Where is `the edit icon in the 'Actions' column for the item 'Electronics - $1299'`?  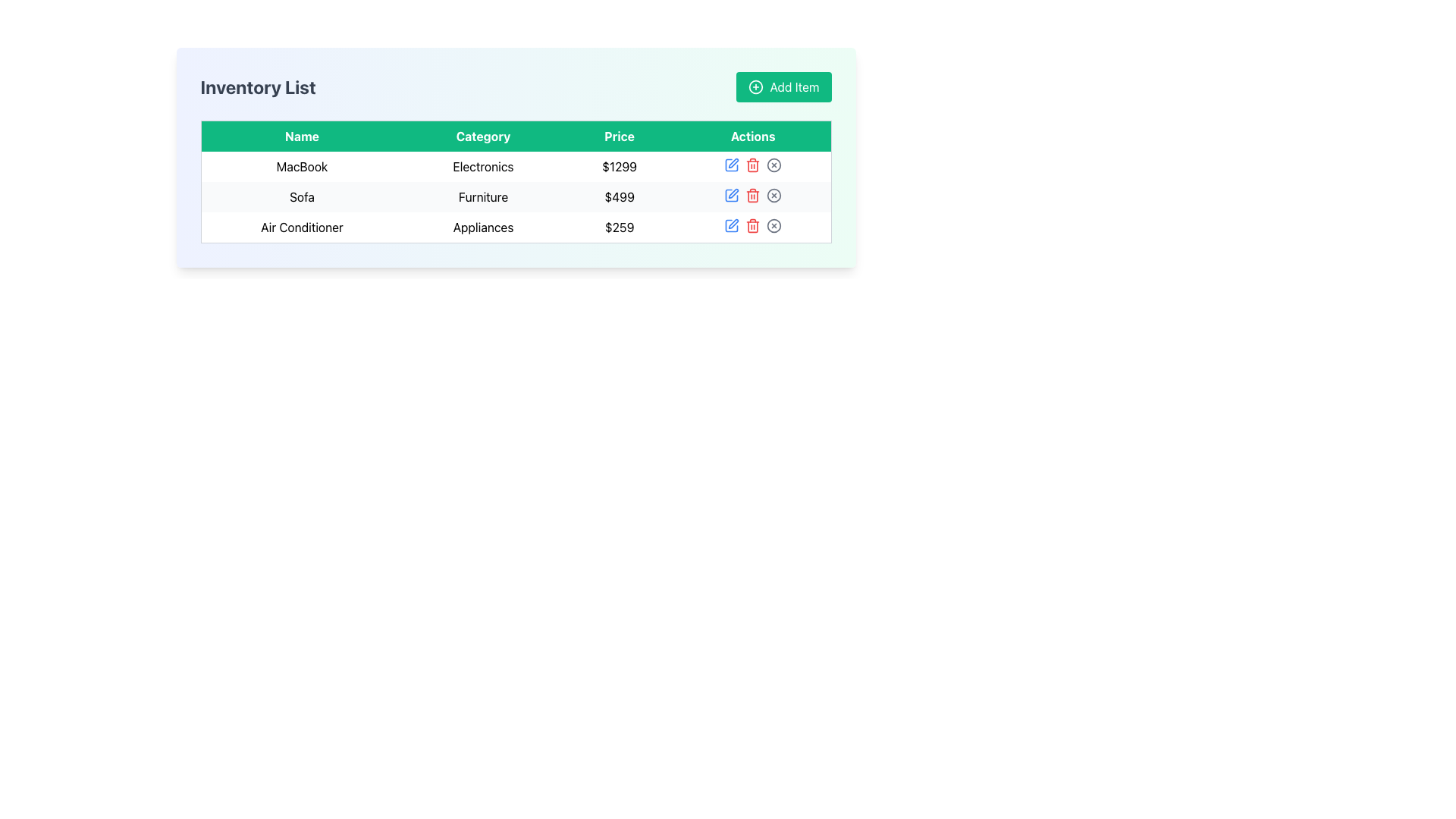 the edit icon in the 'Actions' column for the item 'Electronics - $1299' is located at coordinates (732, 165).